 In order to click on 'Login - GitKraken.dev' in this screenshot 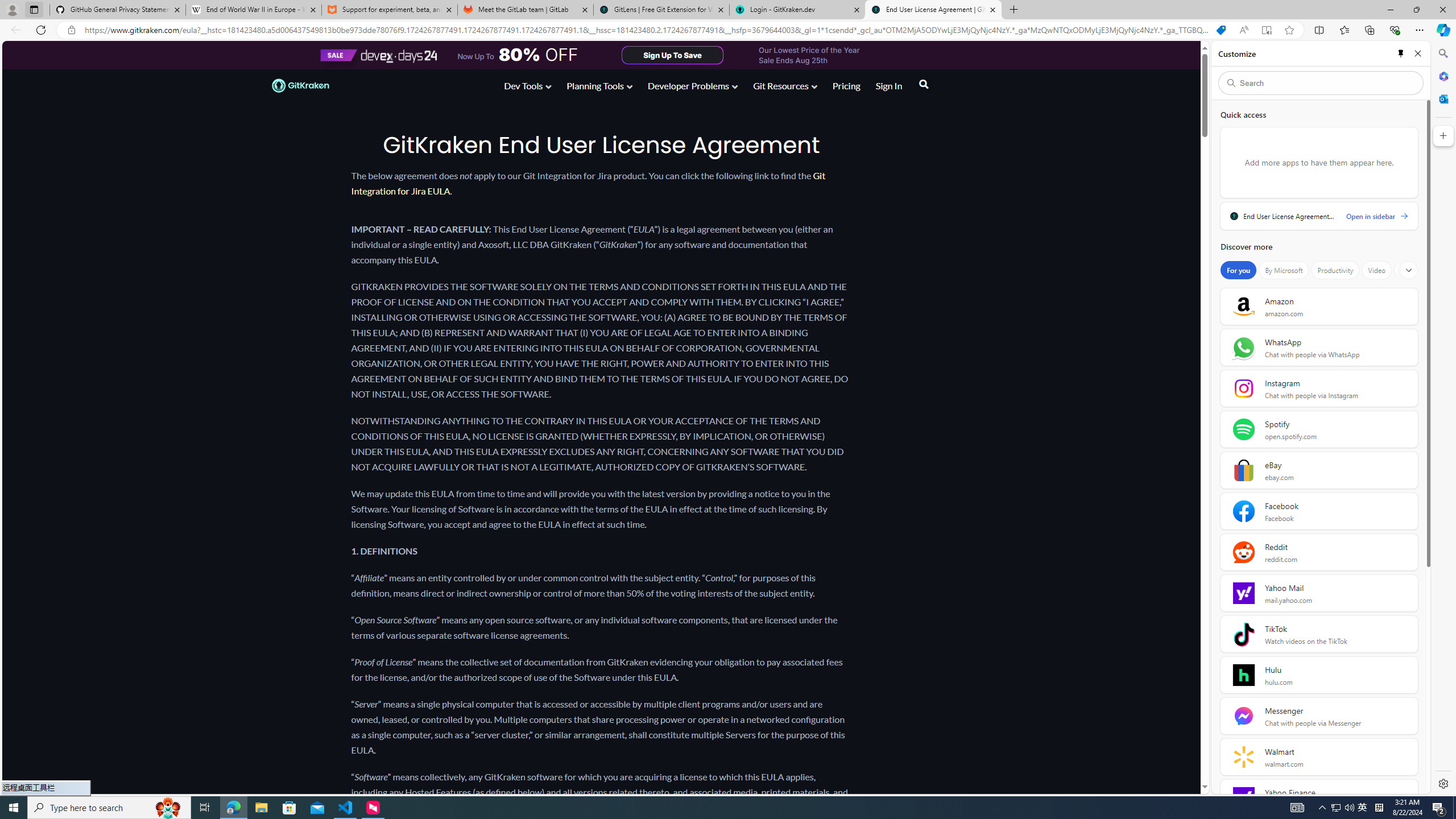, I will do `click(797, 9)`.